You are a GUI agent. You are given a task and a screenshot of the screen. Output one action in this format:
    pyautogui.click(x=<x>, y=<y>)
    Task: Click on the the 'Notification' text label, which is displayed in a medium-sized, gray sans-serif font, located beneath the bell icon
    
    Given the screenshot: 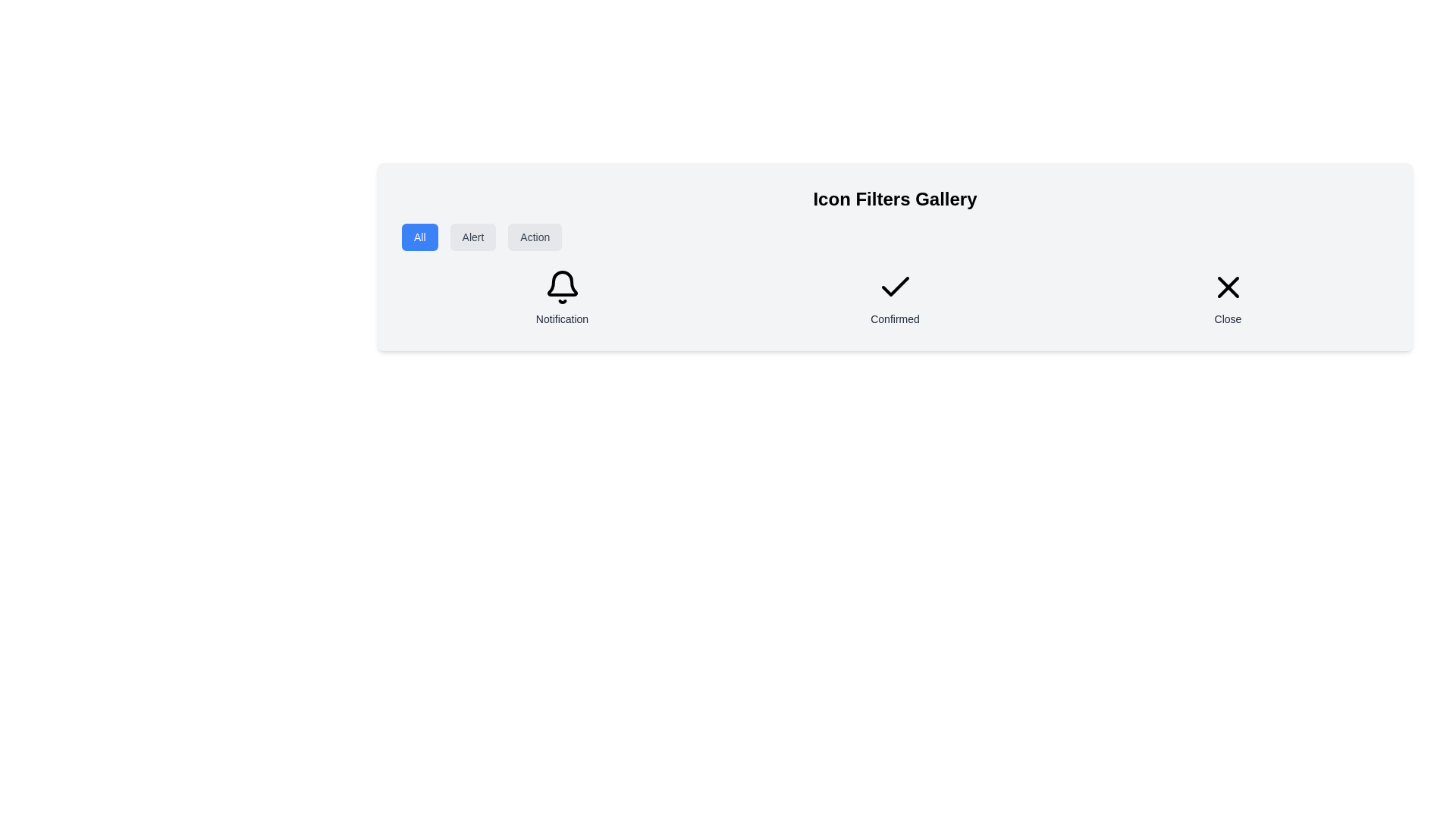 What is the action you would take?
    pyautogui.click(x=561, y=318)
    